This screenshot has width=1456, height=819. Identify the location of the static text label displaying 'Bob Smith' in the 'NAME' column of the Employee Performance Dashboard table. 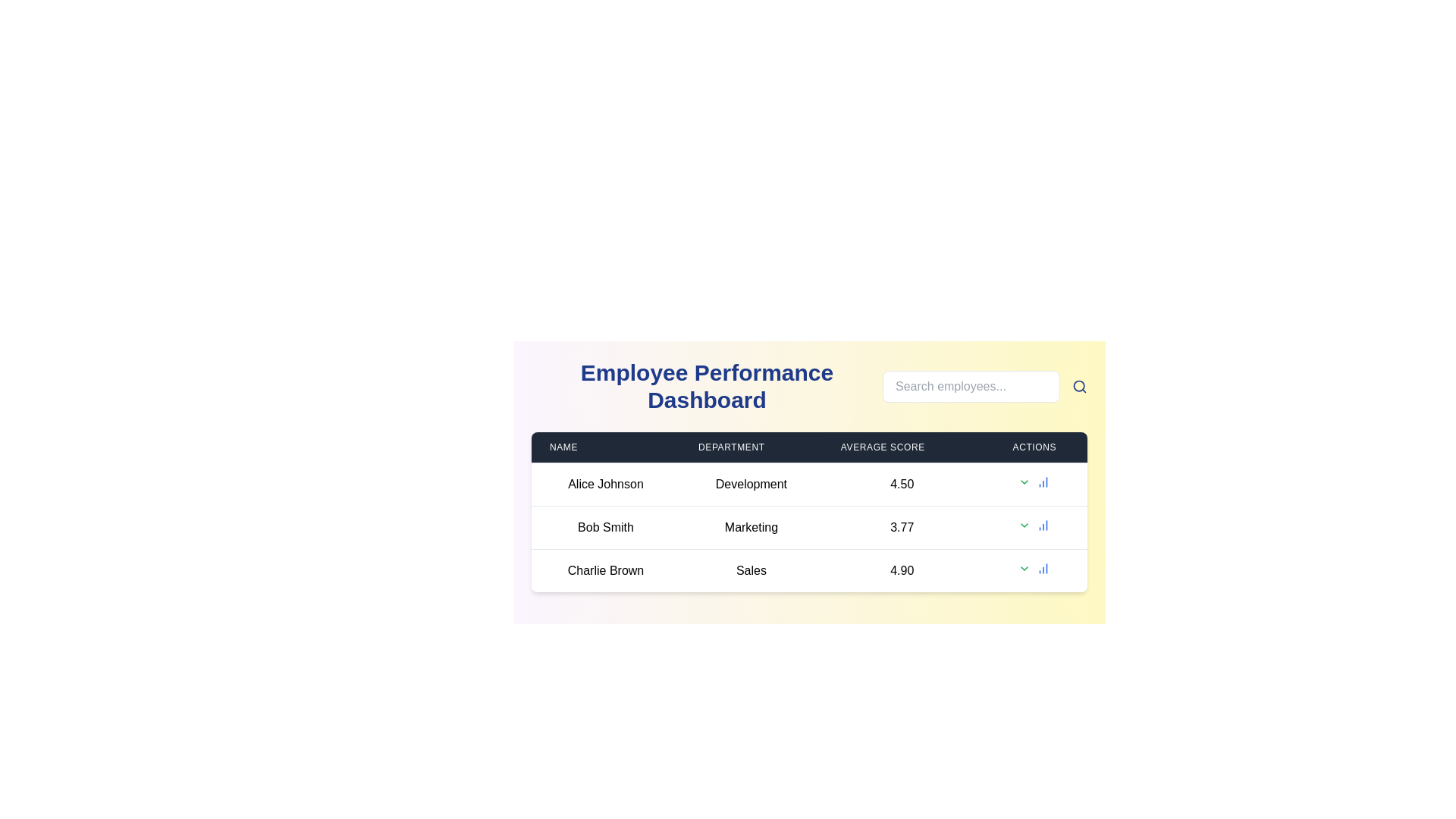
(605, 526).